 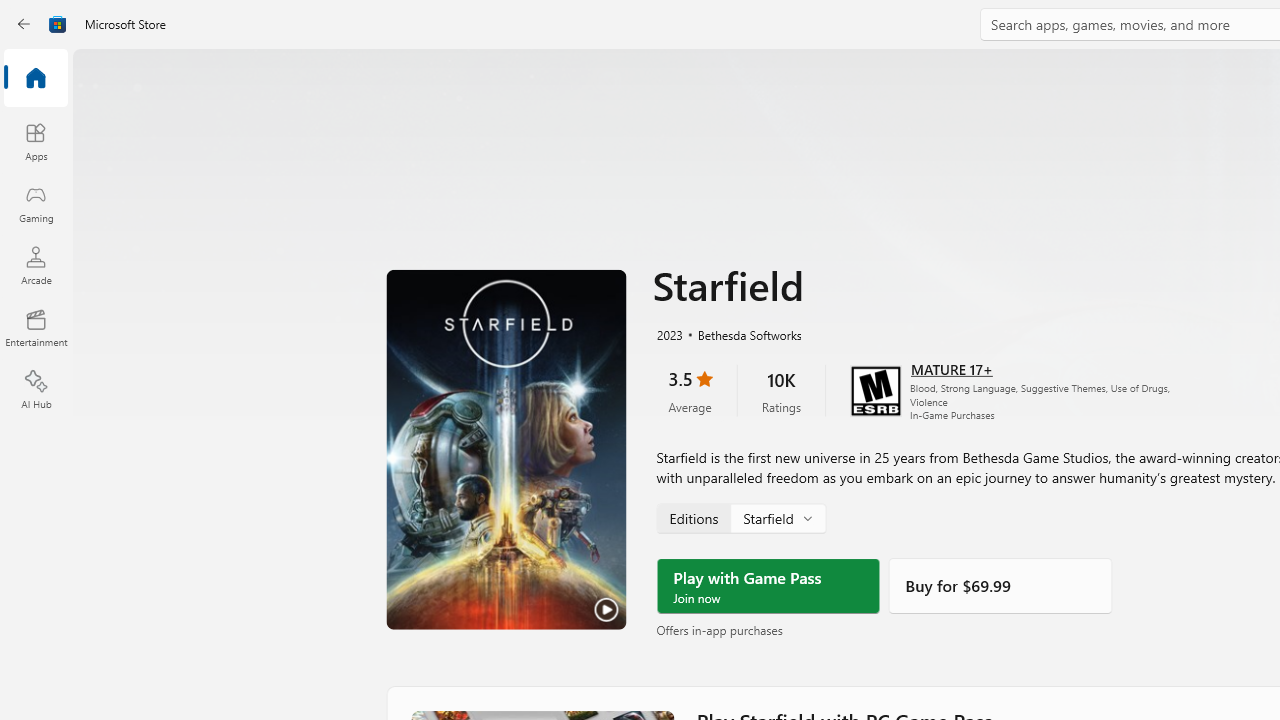 I want to click on 'Home', so click(x=35, y=78).